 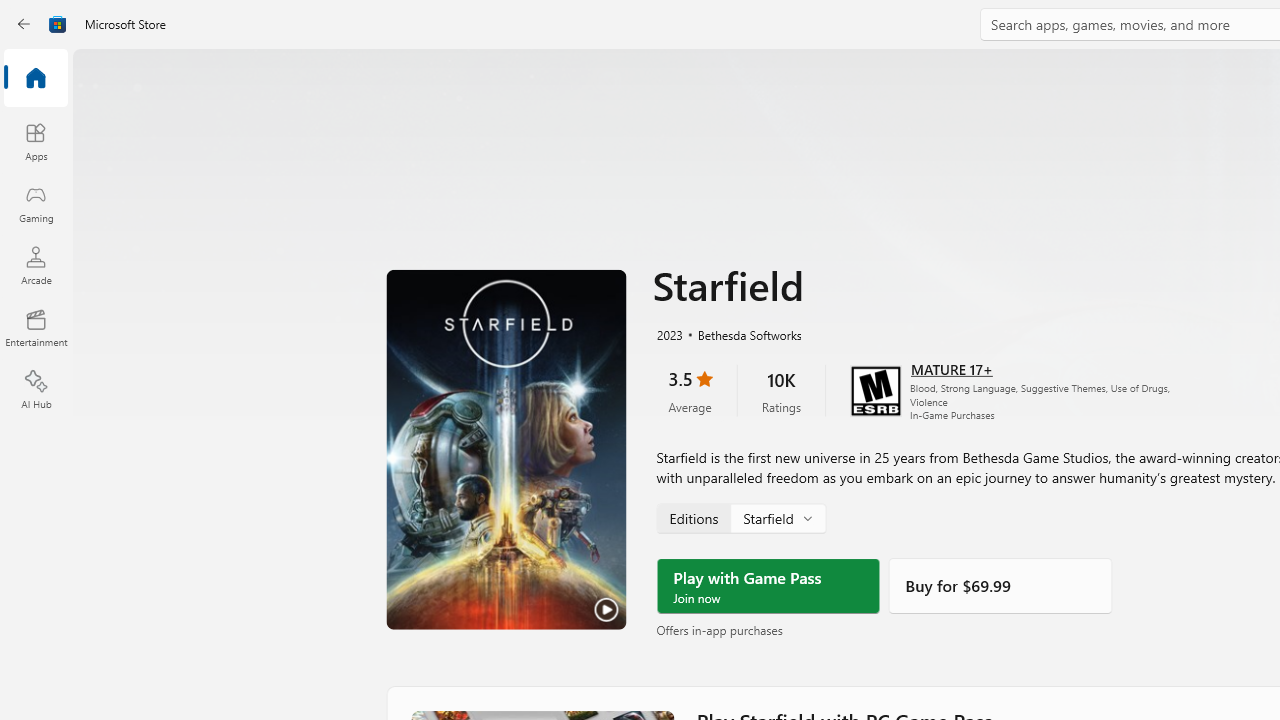 I want to click on 'Home', so click(x=35, y=78).